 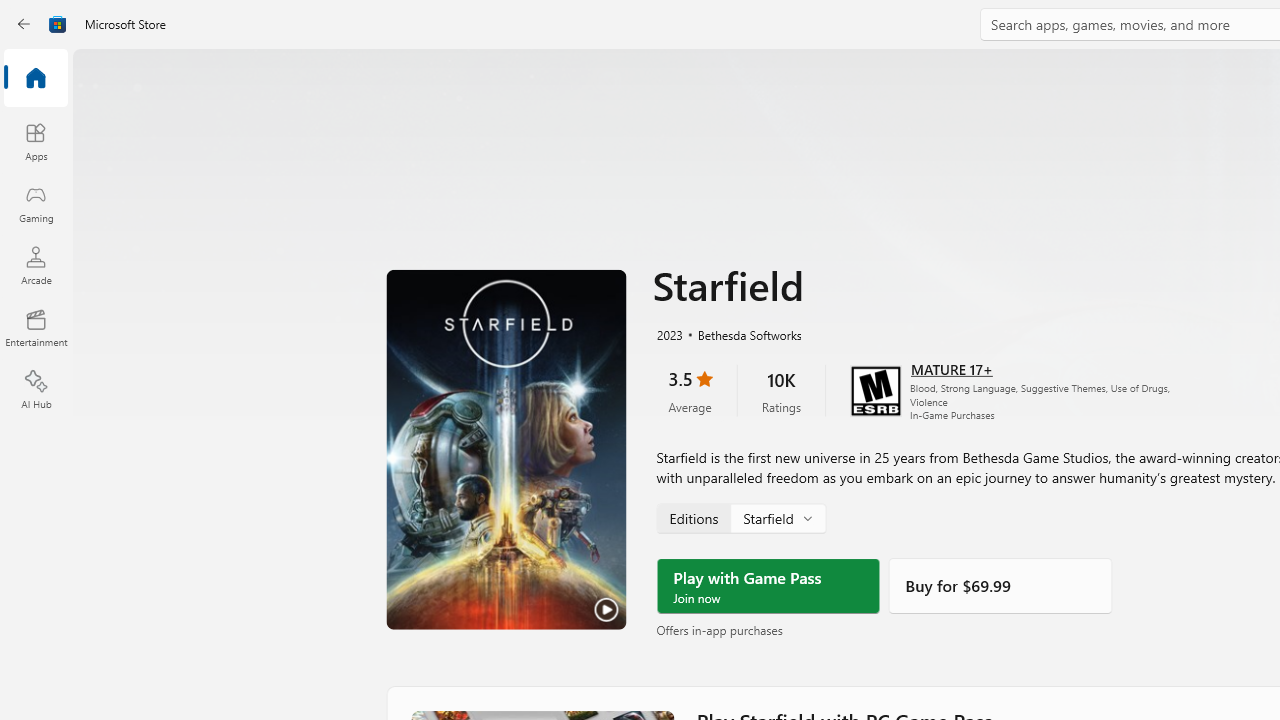 I want to click on 'Home', so click(x=35, y=78).